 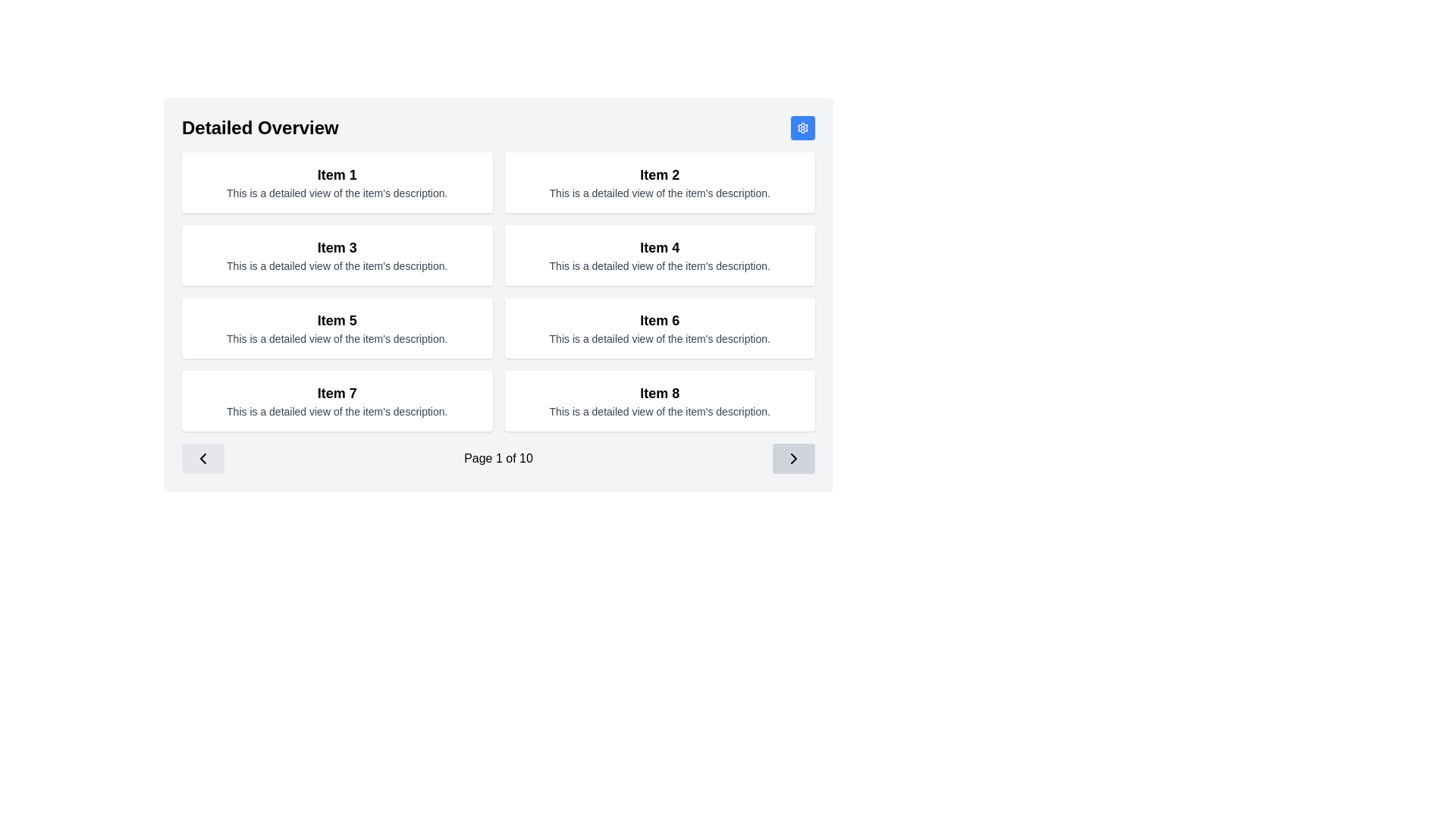 What do you see at coordinates (792, 458) in the screenshot?
I see `the right-facing chevron button used for navigating to the next page in the pagination controls` at bounding box center [792, 458].